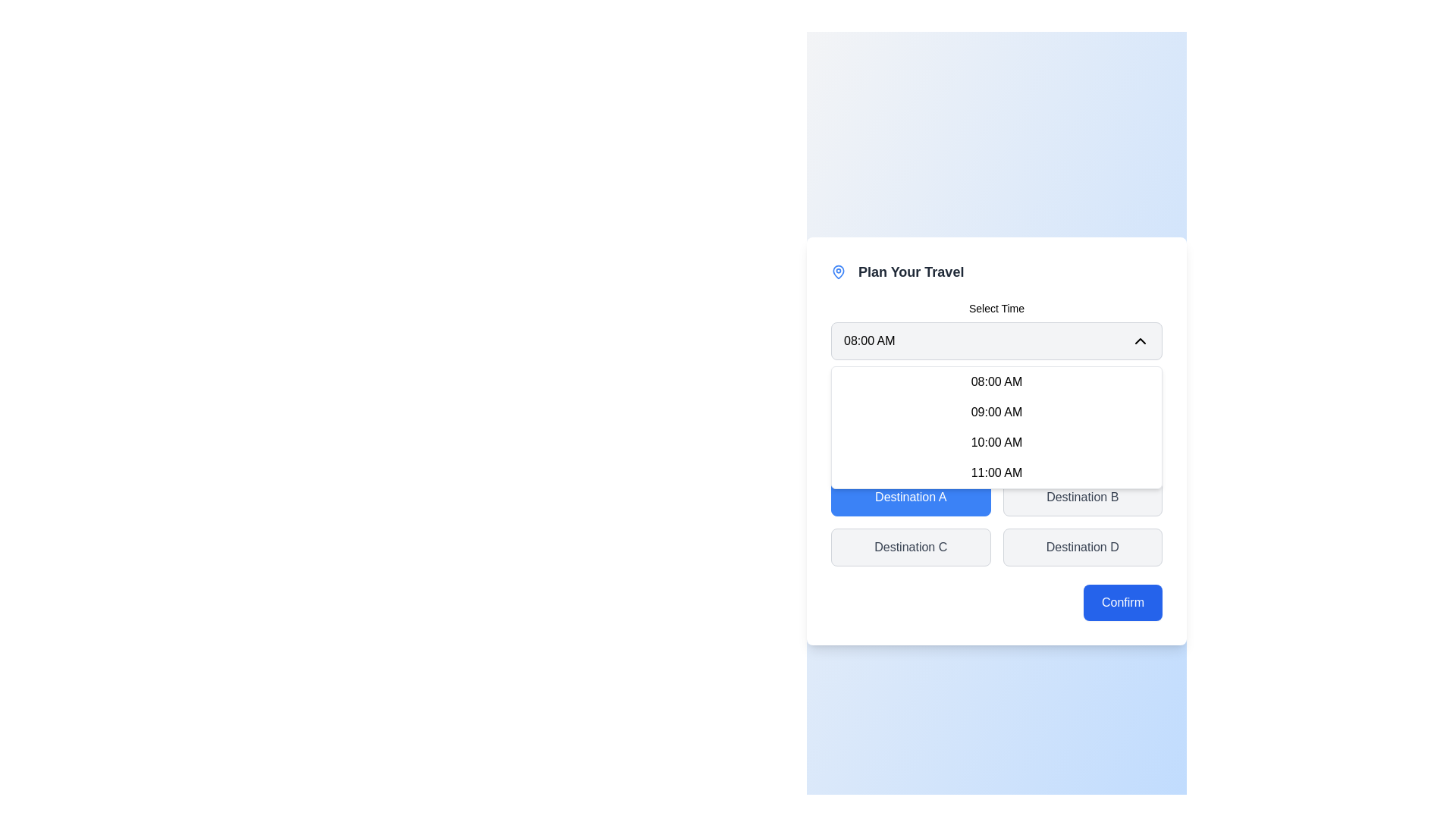 This screenshot has height=819, width=1456. Describe the element at coordinates (996, 385) in the screenshot. I see `text label that describes the adjacent date input field, centrally located above it` at that location.